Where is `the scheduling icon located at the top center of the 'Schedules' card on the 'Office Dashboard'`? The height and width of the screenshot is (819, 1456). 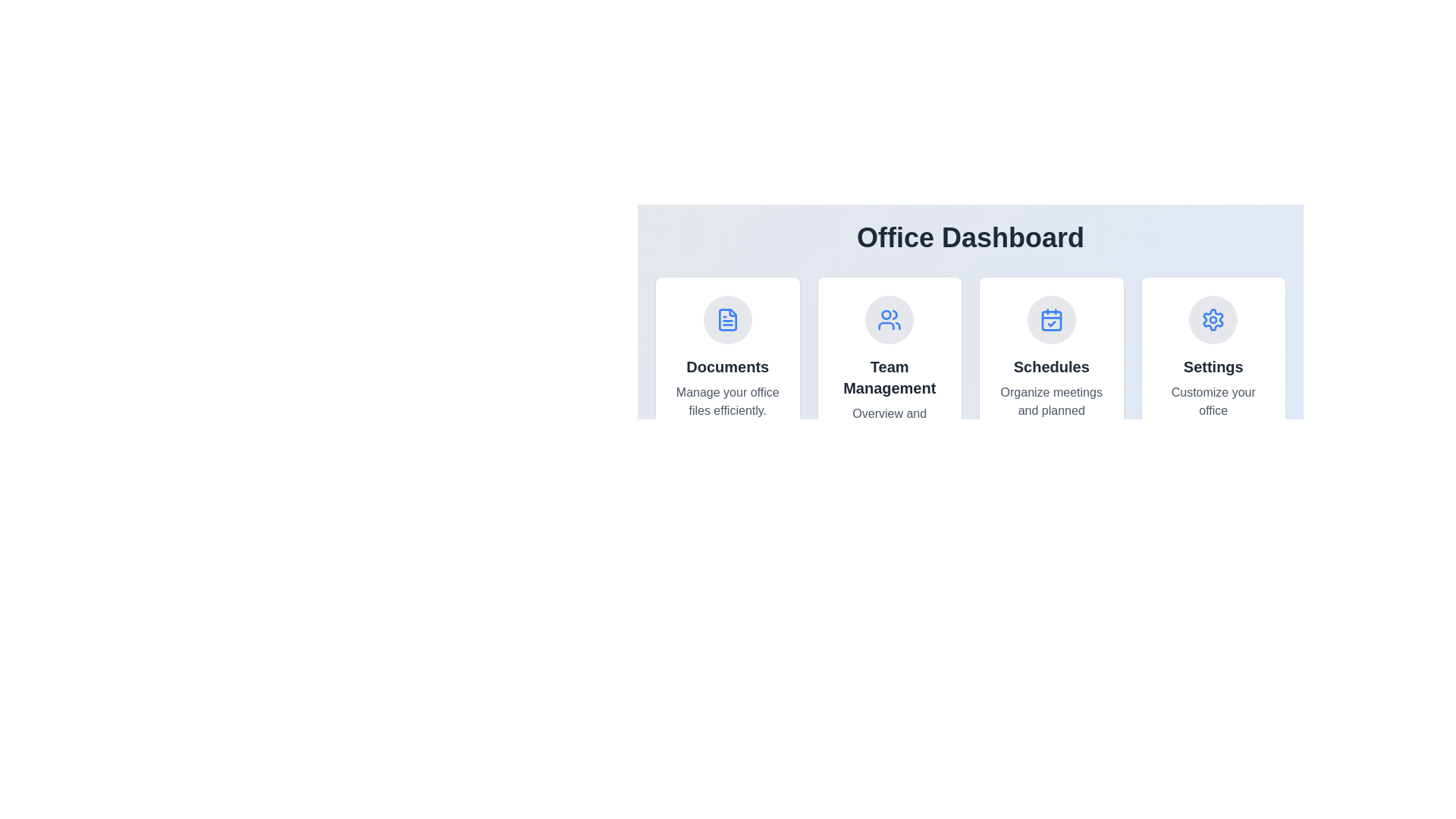
the scheduling icon located at the top center of the 'Schedules' card on the 'Office Dashboard' is located at coordinates (1050, 318).